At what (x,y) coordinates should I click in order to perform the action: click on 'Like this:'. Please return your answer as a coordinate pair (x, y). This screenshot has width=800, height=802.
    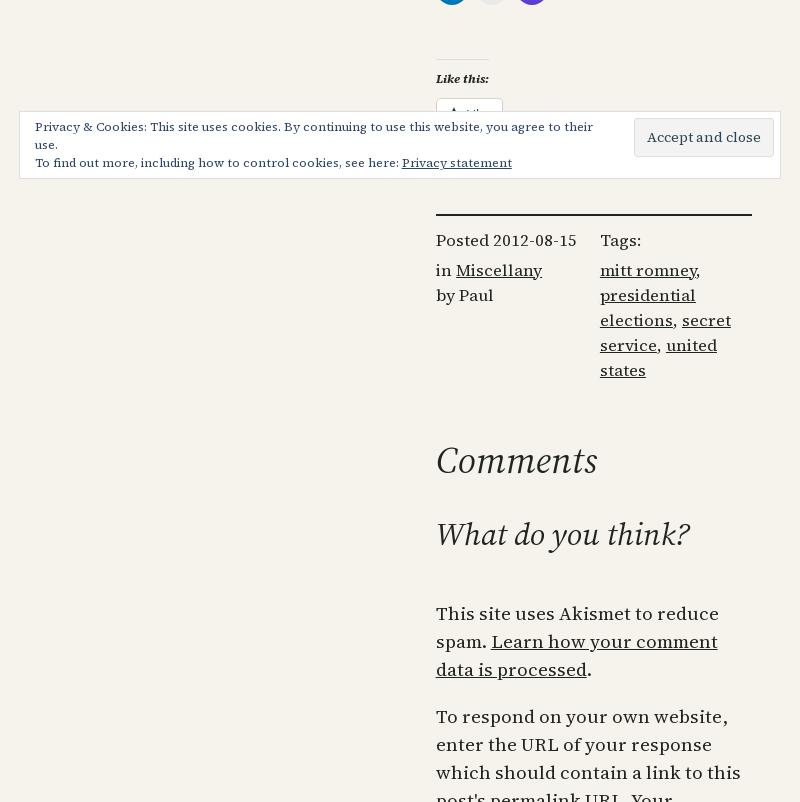
    Looking at the image, I should click on (460, 77).